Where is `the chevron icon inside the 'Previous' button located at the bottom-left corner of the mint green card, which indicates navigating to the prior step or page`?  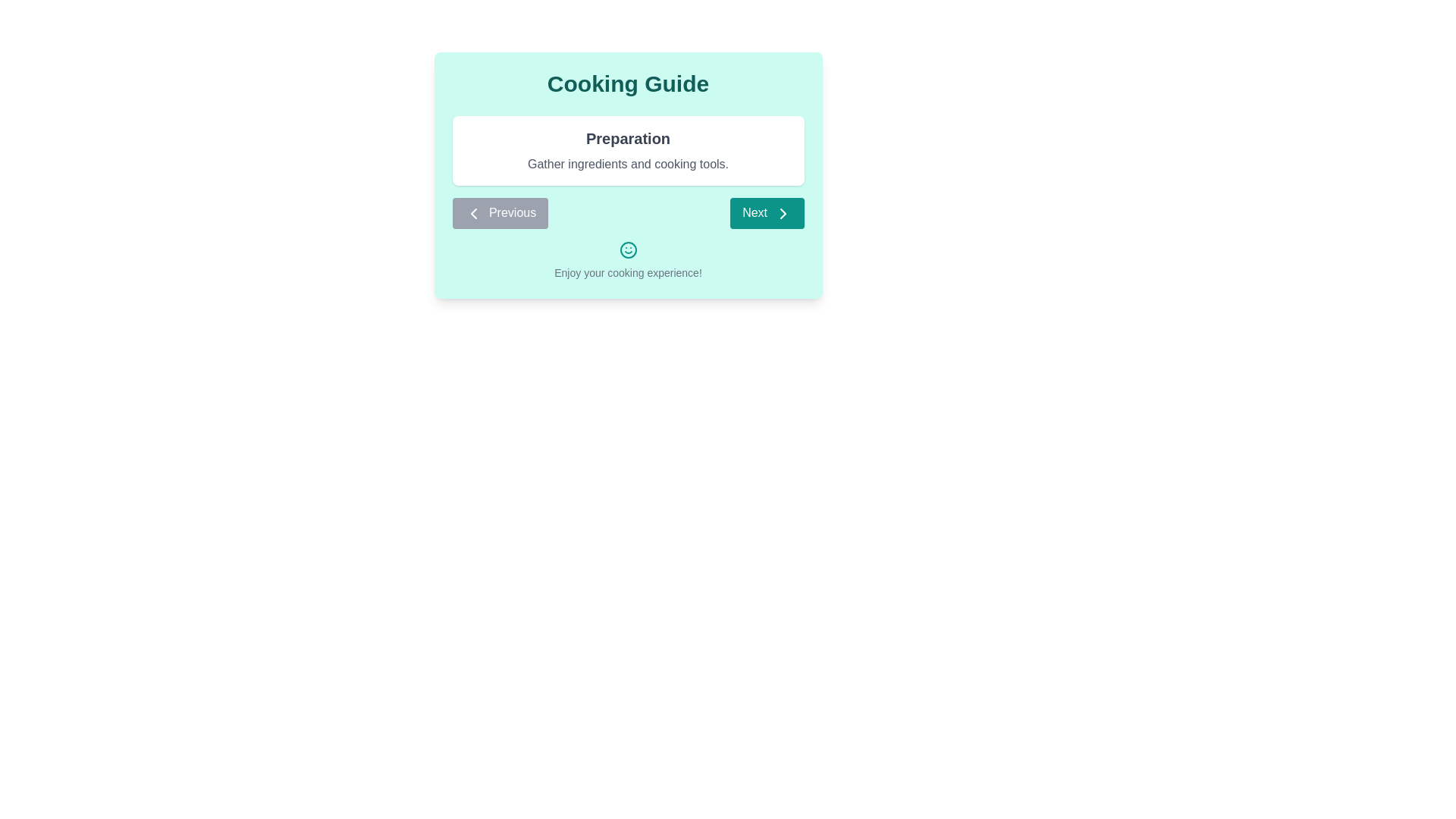 the chevron icon inside the 'Previous' button located at the bottom-left corner of the mint green card, which indicates navigating to the prior step or page is located at coordinates (472, 213).